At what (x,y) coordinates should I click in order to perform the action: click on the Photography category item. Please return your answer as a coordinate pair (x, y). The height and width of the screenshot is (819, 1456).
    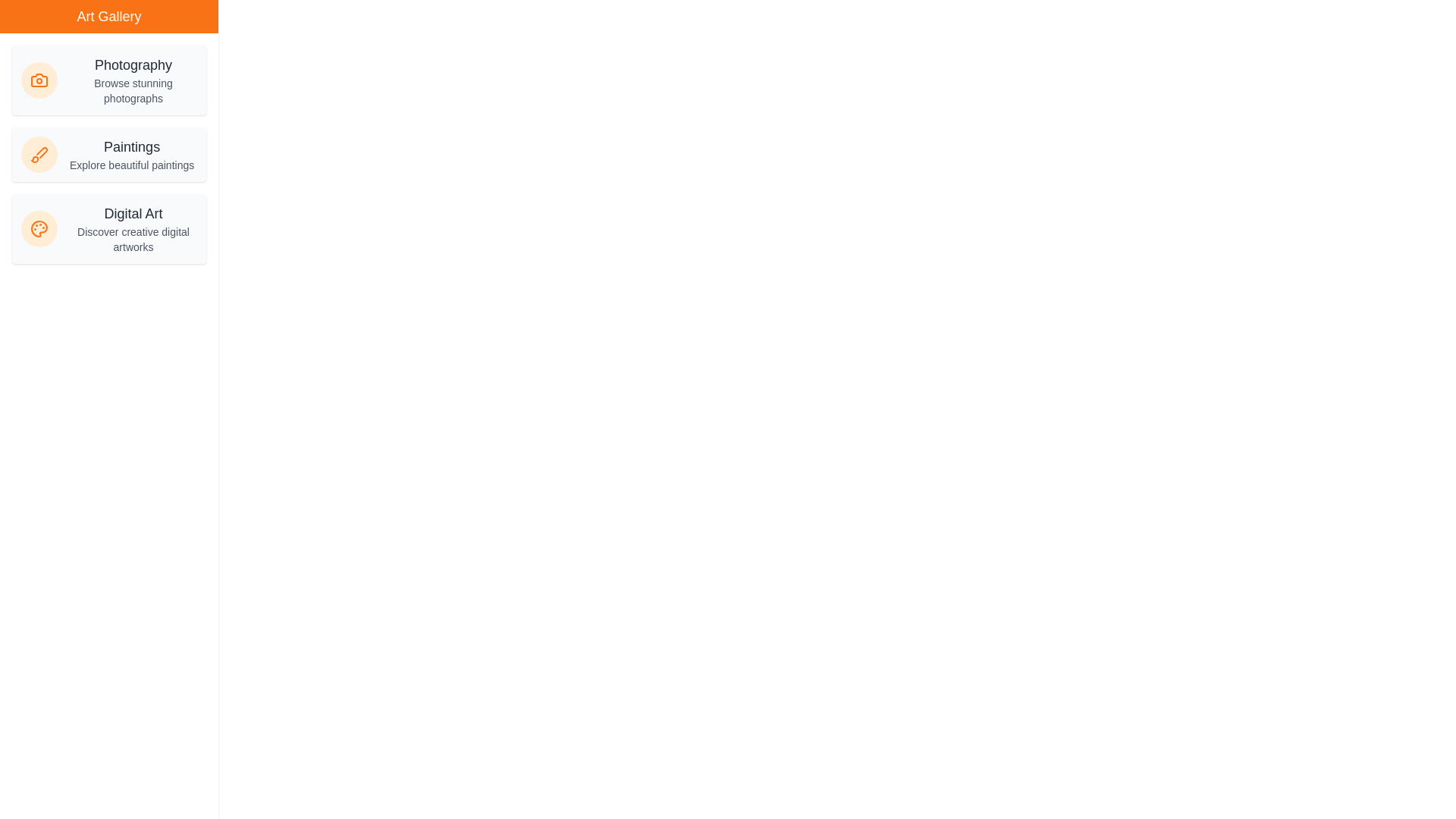
    Looking at the image, I should click on (108, 80).